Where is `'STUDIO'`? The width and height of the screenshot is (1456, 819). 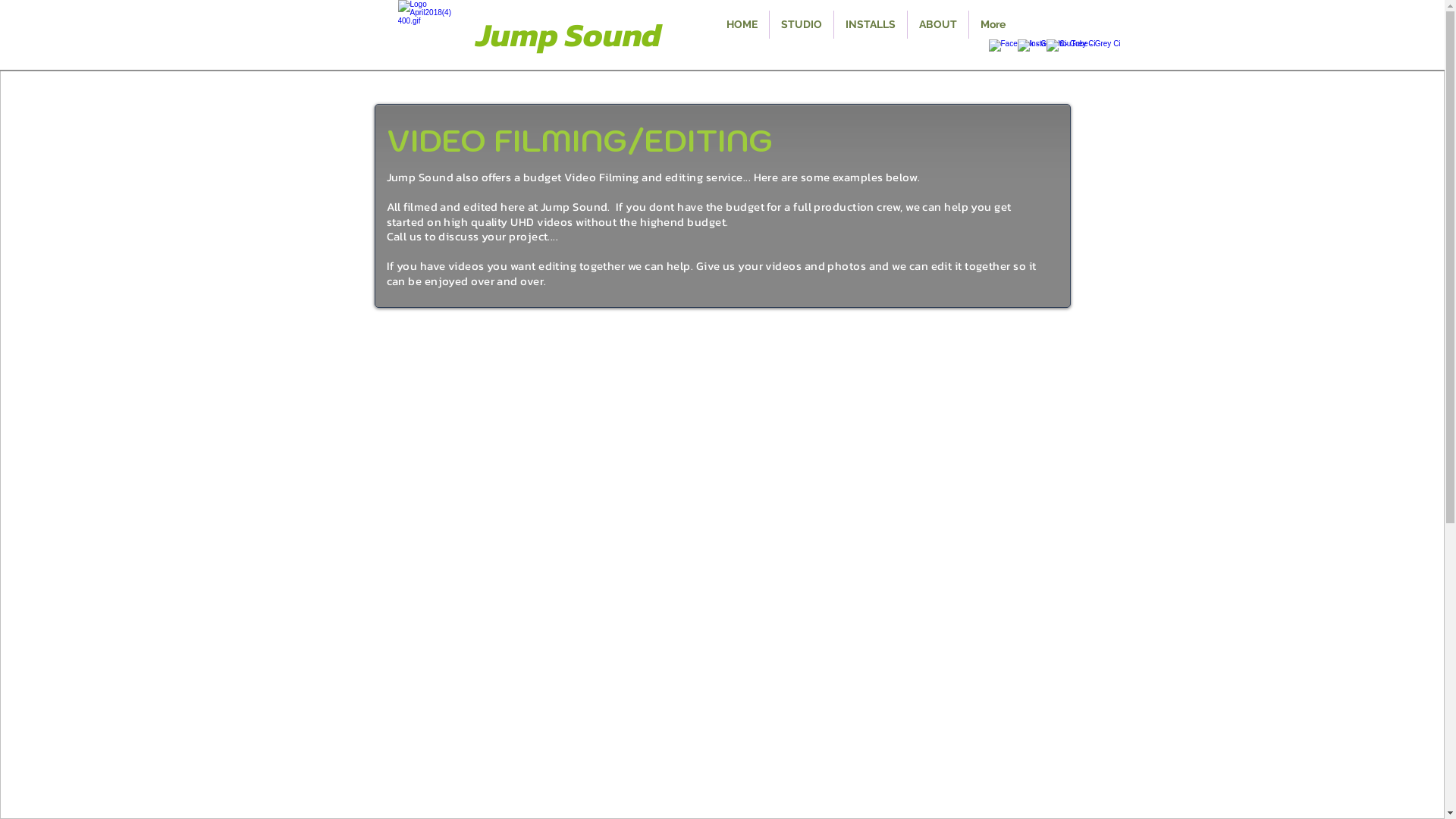 'STUDIO' is located at coordinates (769, 24).